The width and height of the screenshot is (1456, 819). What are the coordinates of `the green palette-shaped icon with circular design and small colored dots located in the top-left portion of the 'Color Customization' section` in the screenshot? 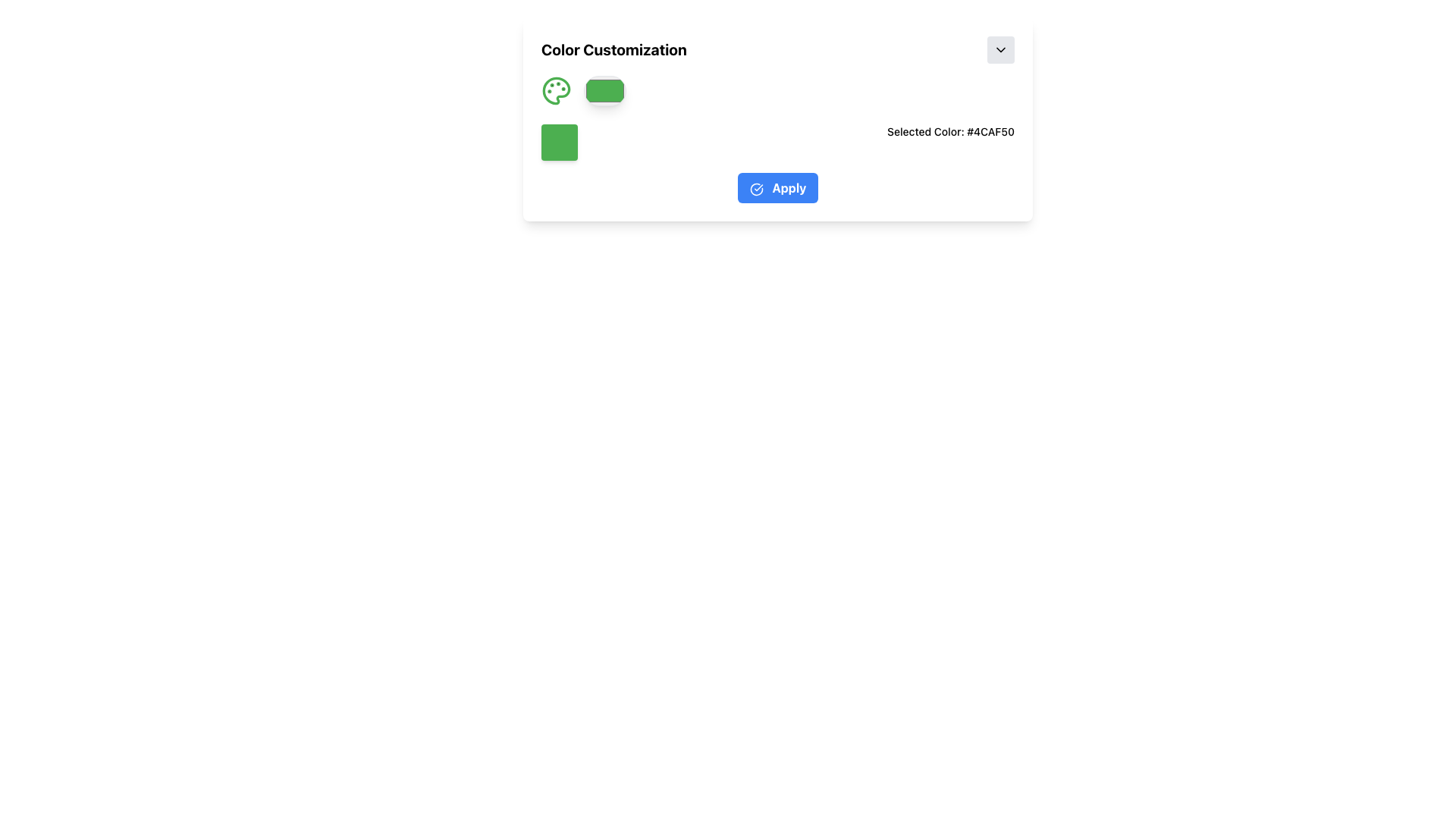 It's located at (556, 90).